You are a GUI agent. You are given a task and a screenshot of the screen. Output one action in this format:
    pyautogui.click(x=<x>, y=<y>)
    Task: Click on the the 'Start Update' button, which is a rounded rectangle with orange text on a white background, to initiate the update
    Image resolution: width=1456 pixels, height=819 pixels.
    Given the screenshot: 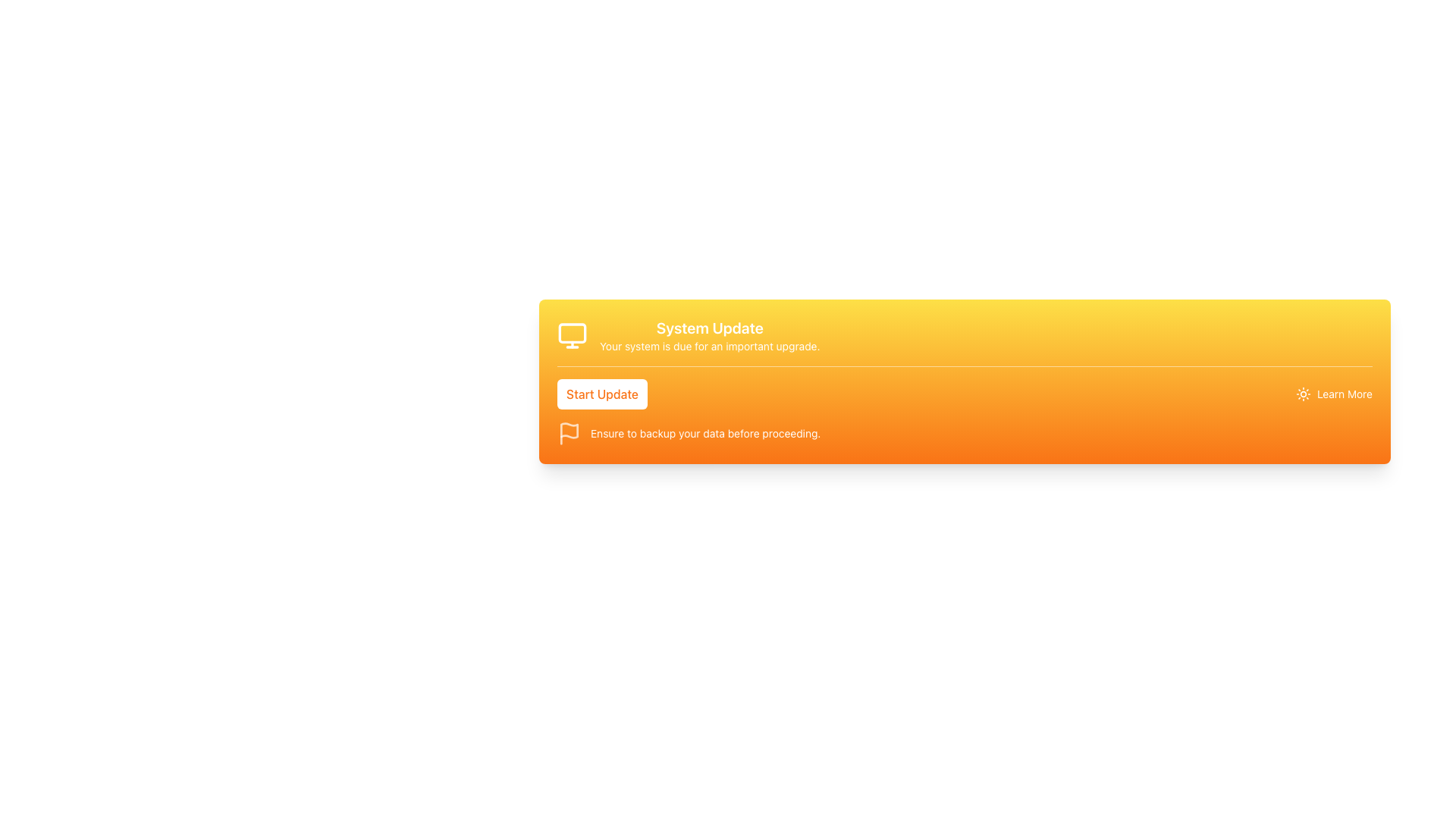 What is the action you would take?
    pyautogui.click(x=601, y=394)
    